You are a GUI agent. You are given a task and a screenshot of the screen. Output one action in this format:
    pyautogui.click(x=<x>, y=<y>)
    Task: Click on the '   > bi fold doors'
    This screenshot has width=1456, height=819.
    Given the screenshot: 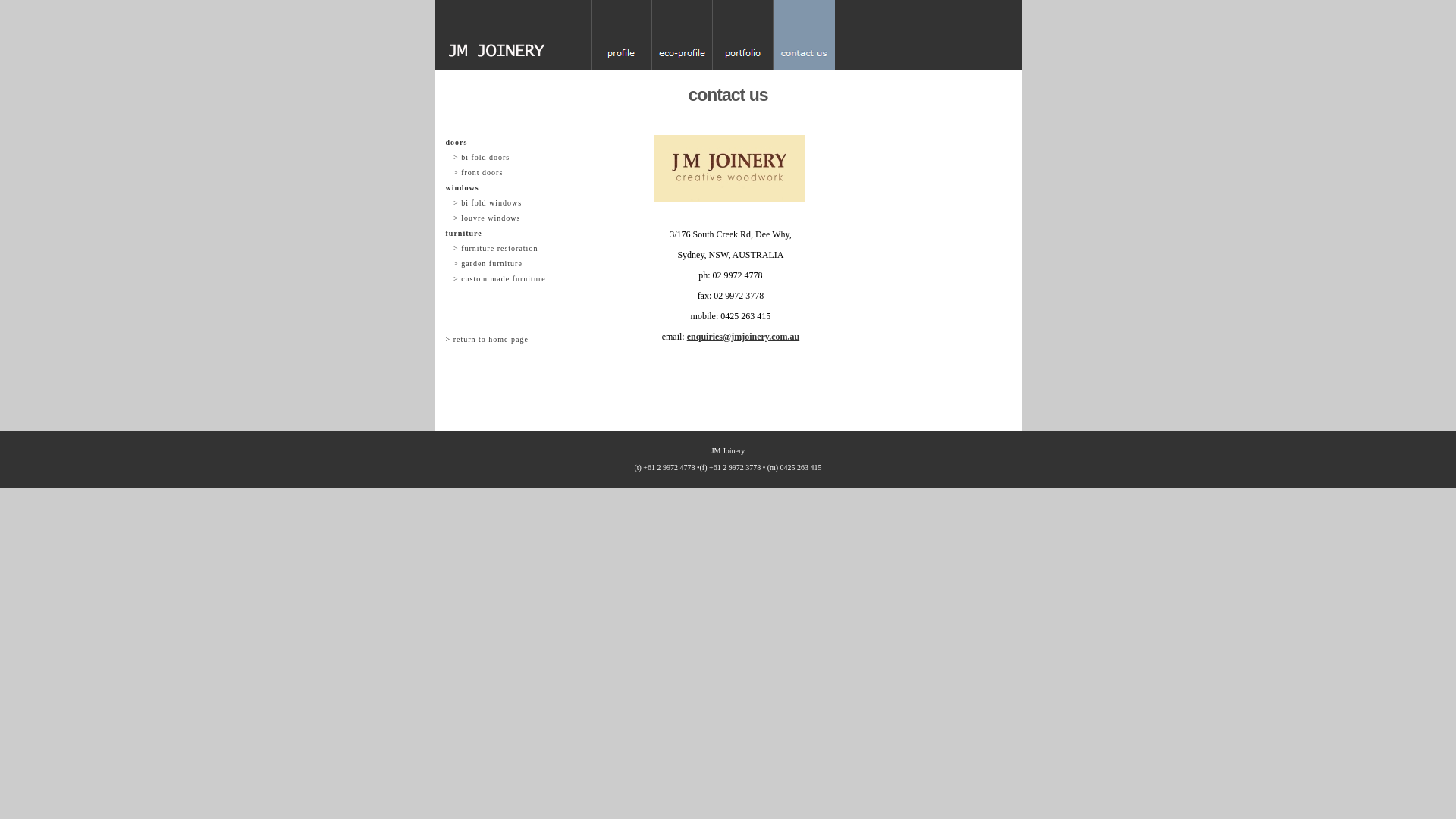 What is the action you would take?
    pyautogui.click(x=506, y=158)
    